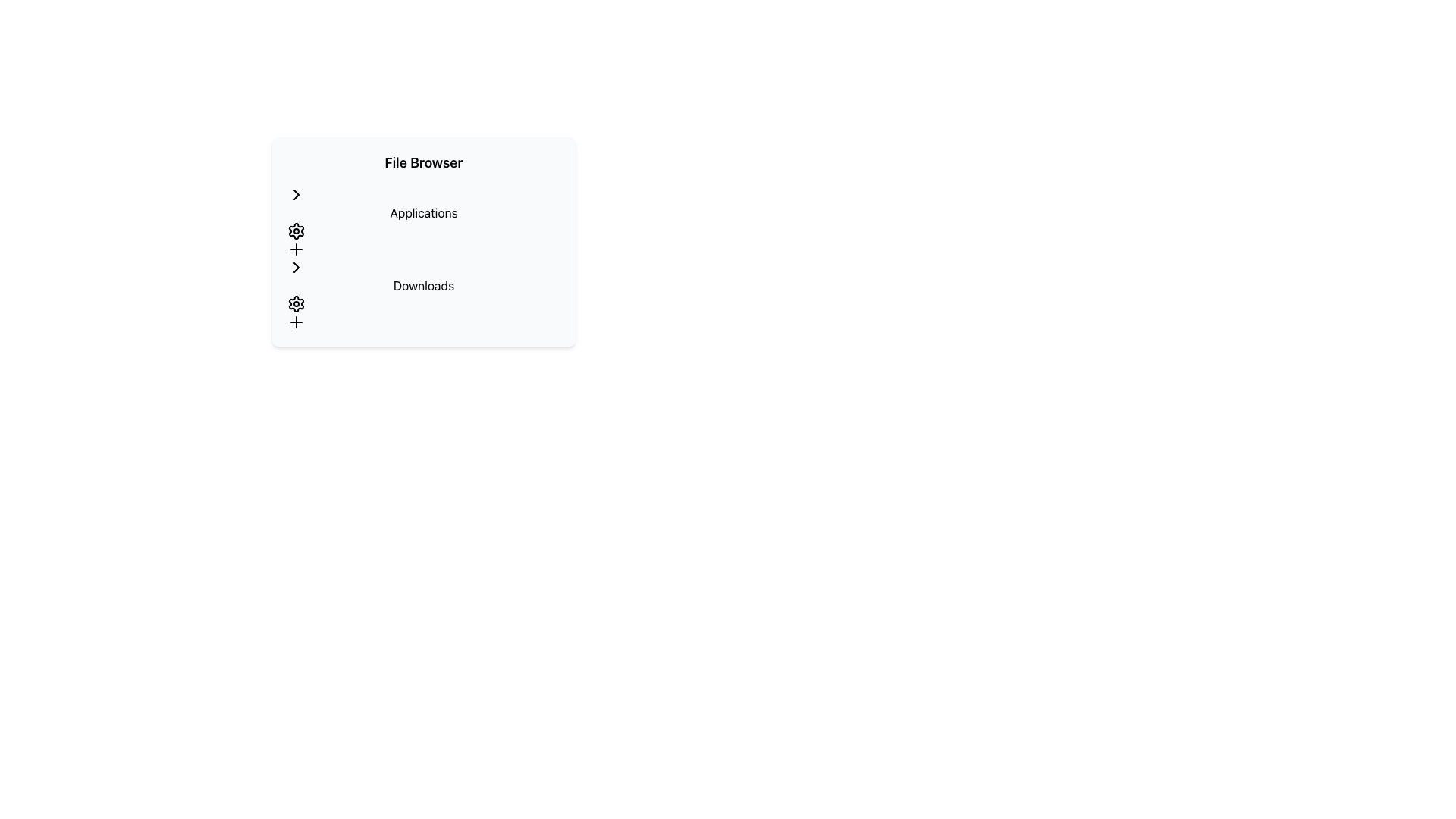 The height and width of the screenshot is (819, 1456). Describe the element at coordinates (296, 231) in the screenshot. I see `the cogwheel icon located in the fourth position of the vertical sequence on the left side of the white panel` at that location.